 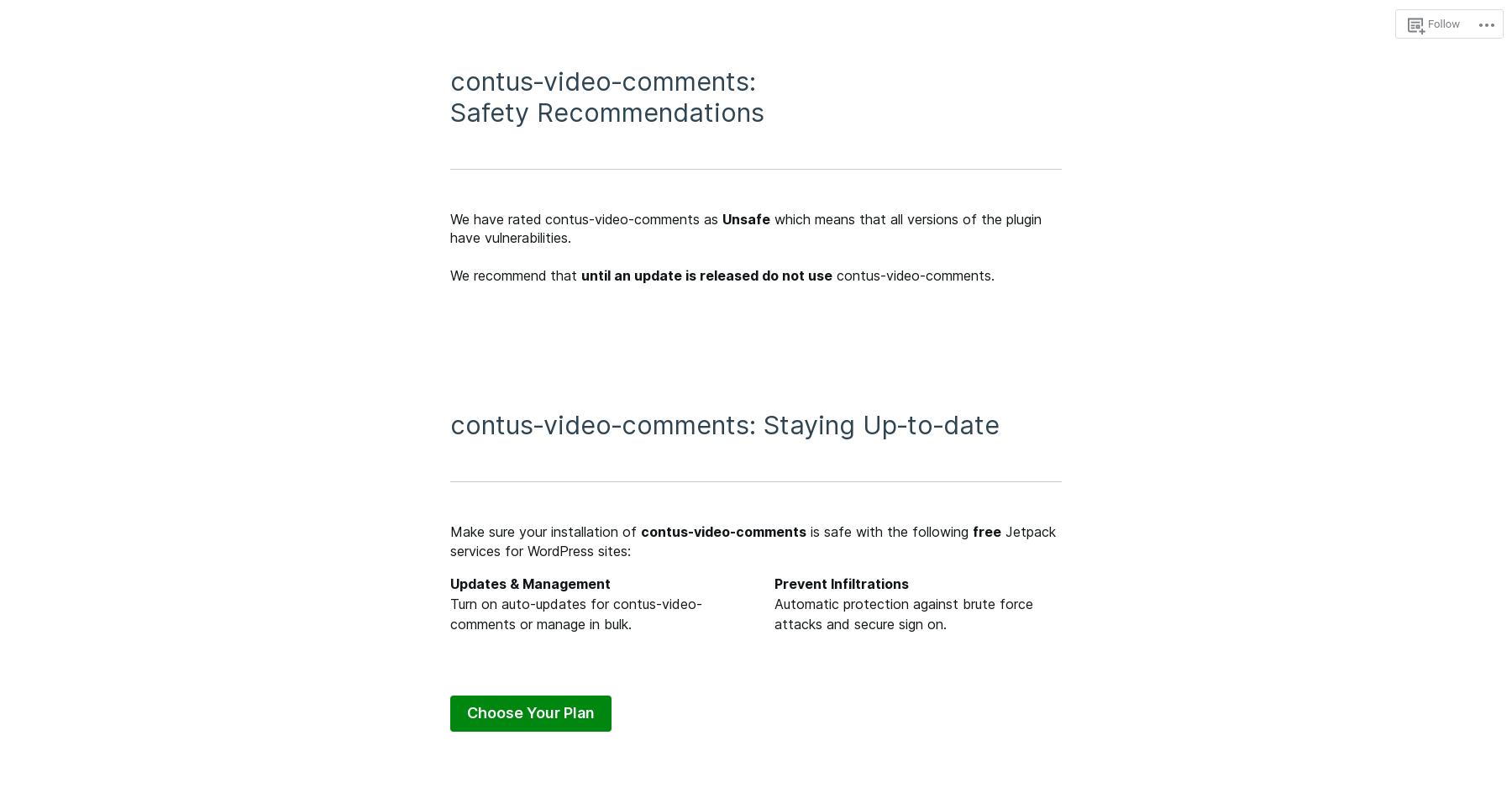 I want to click on 'which means
					that all versions of the plugin have vulnerabilities.', so click(x=745, y=228).